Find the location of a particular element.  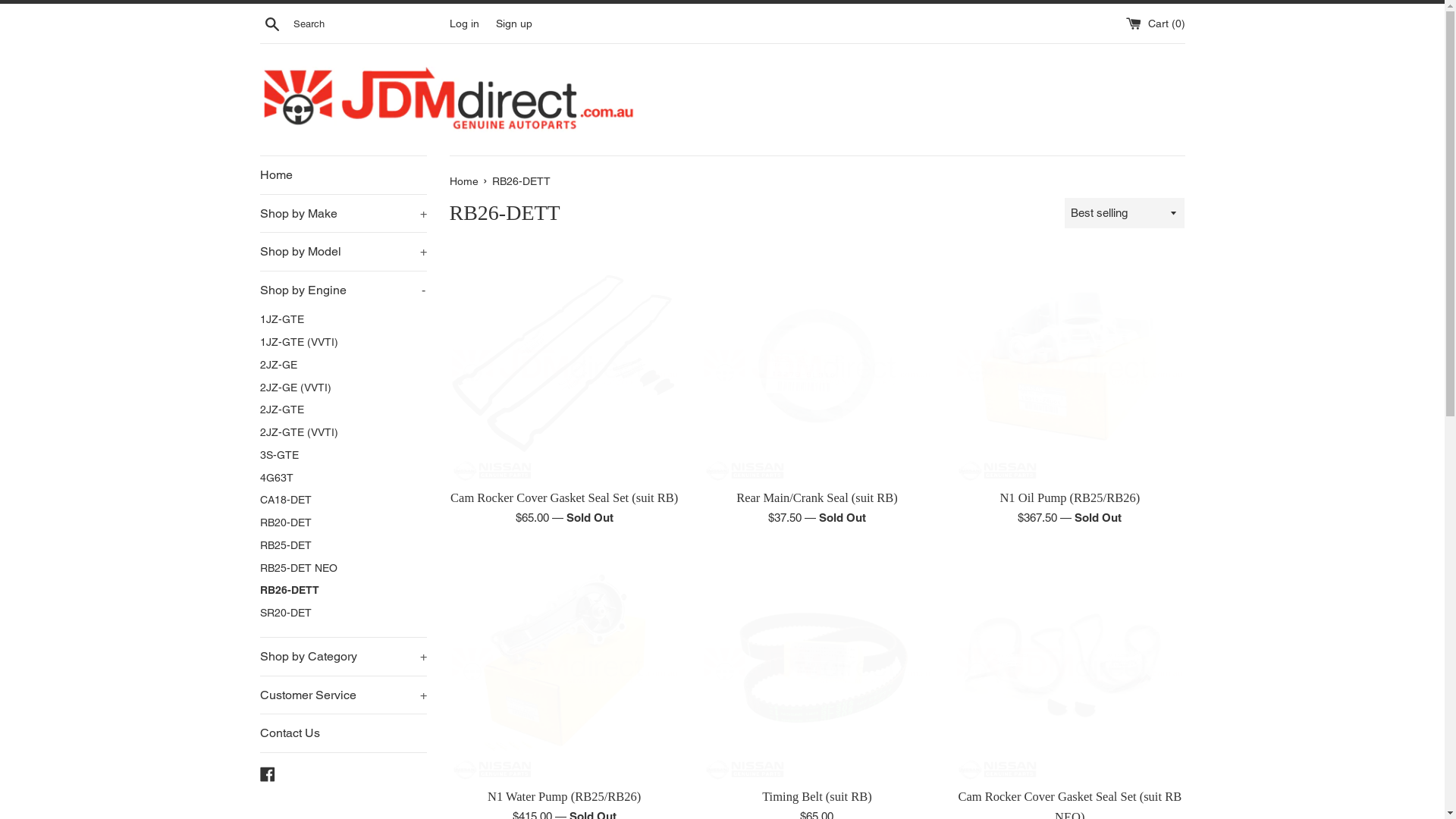

'Shop by Category is located at coordinates (341, 656).